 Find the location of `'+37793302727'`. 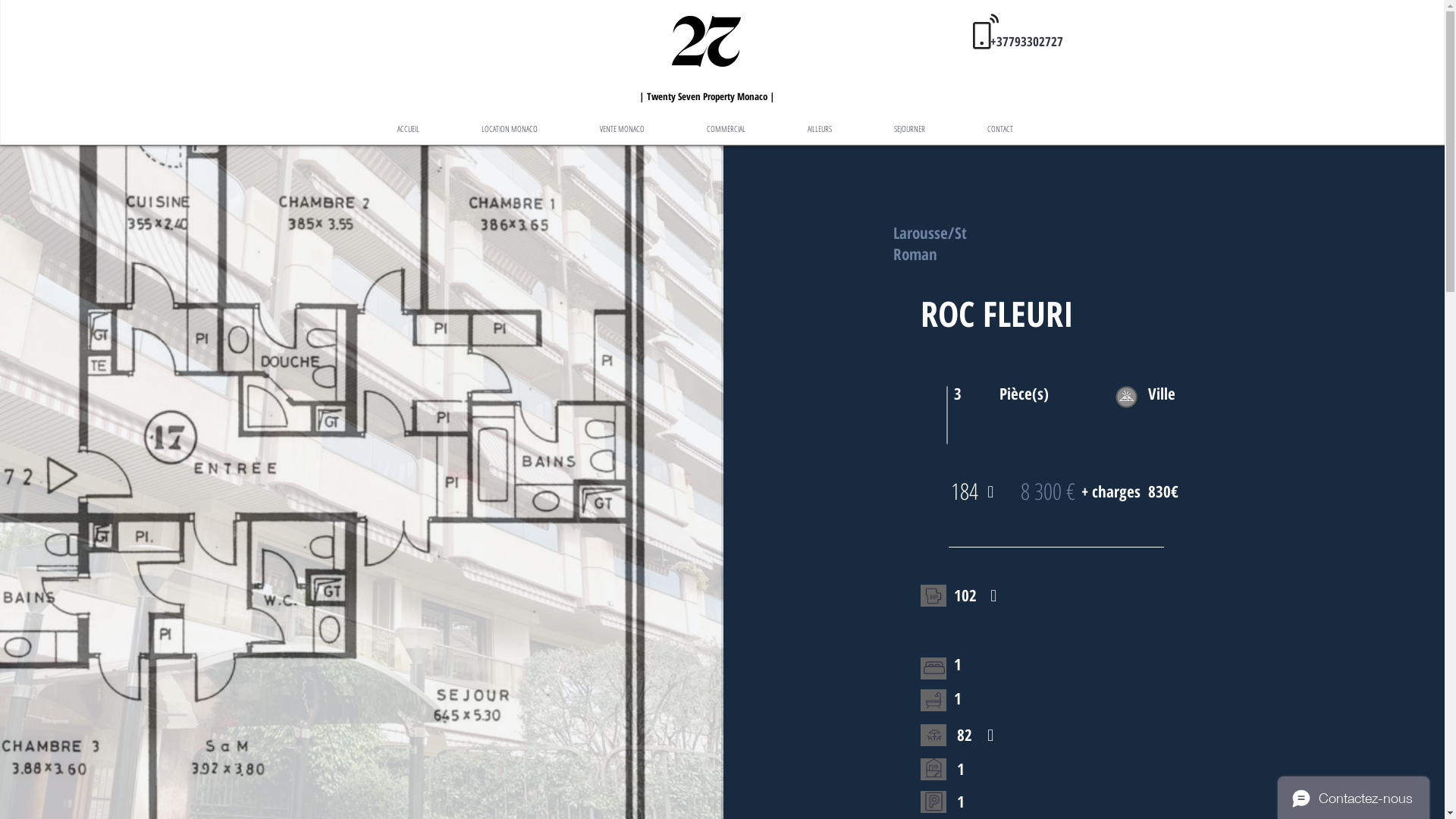

'+37793302727' is located at coordinates (1026, 40).